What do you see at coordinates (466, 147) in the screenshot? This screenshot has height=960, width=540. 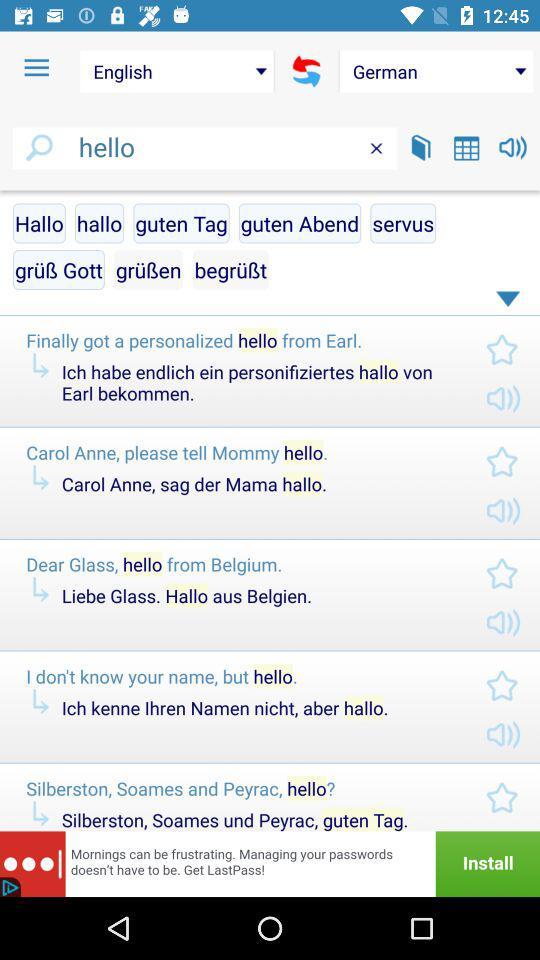 I see `item below german icon` at bounding box center [466, 147].